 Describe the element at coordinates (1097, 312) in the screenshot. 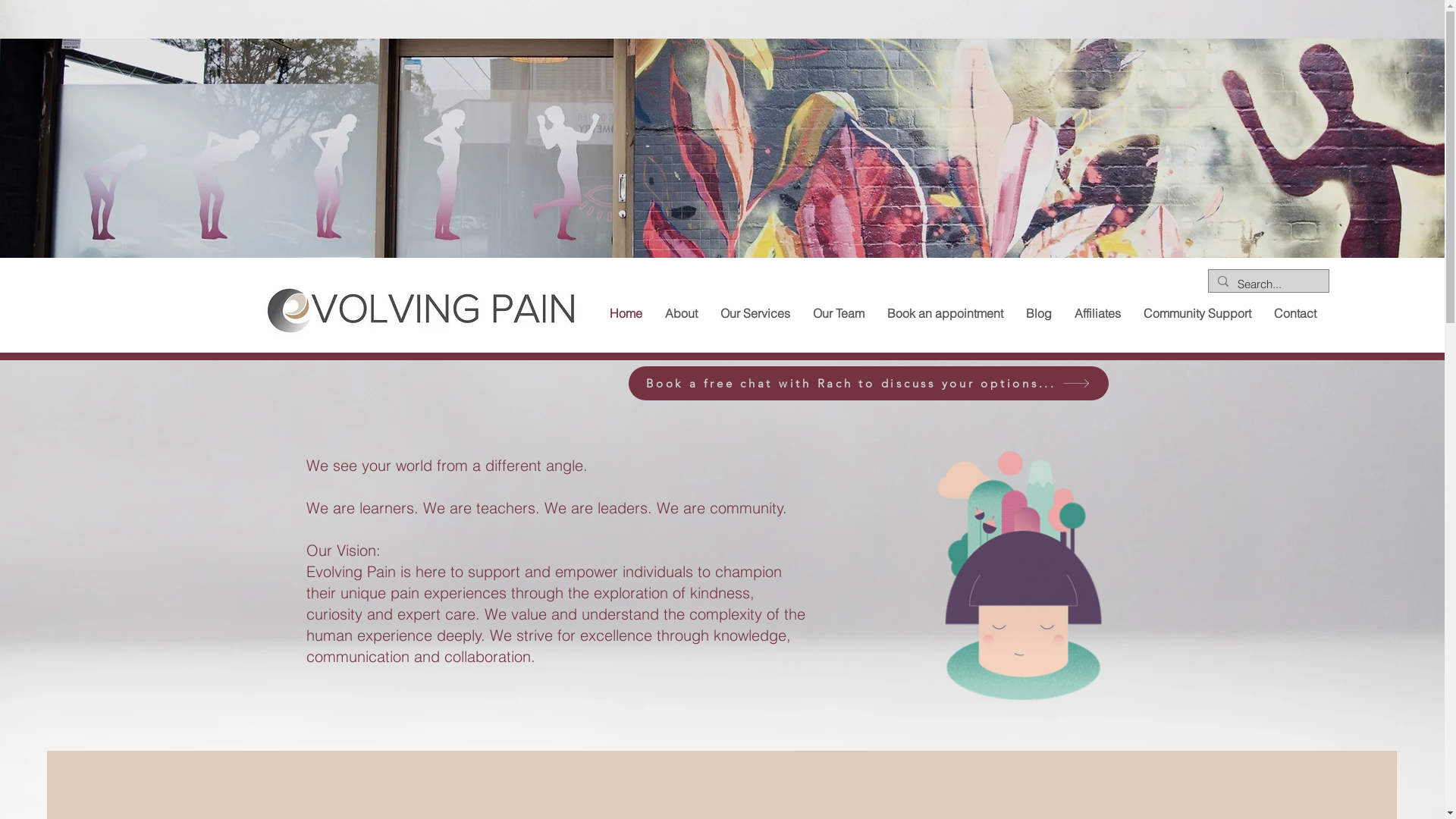

I see `'Affiliates'` at that location.